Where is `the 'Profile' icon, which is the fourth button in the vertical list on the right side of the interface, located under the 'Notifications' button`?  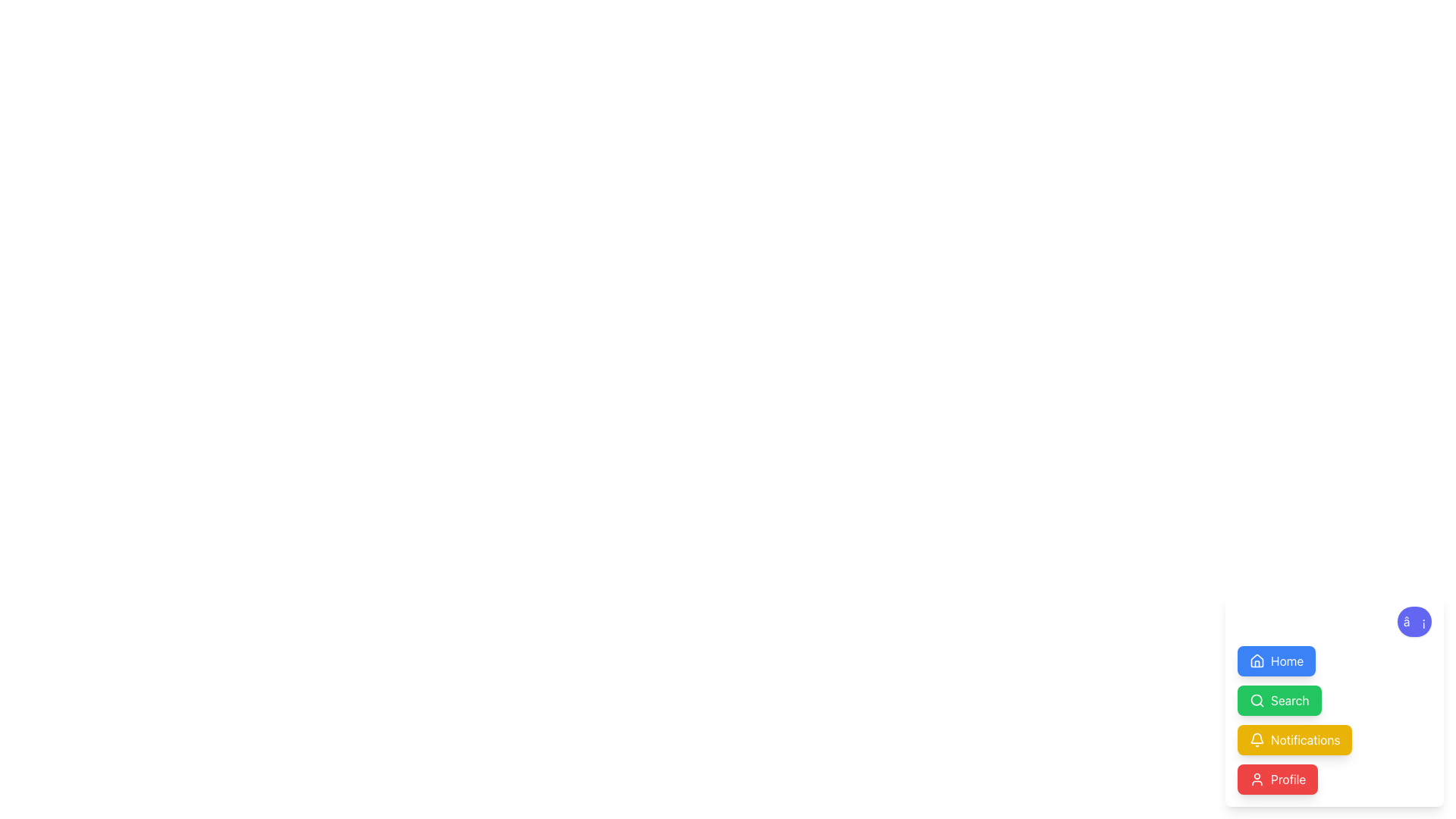
the 'Profile' icon, which is the fourth button in the vertical list on the right side of the interface, located under the 'Notifications' button is located at coordinates (1257, 780).